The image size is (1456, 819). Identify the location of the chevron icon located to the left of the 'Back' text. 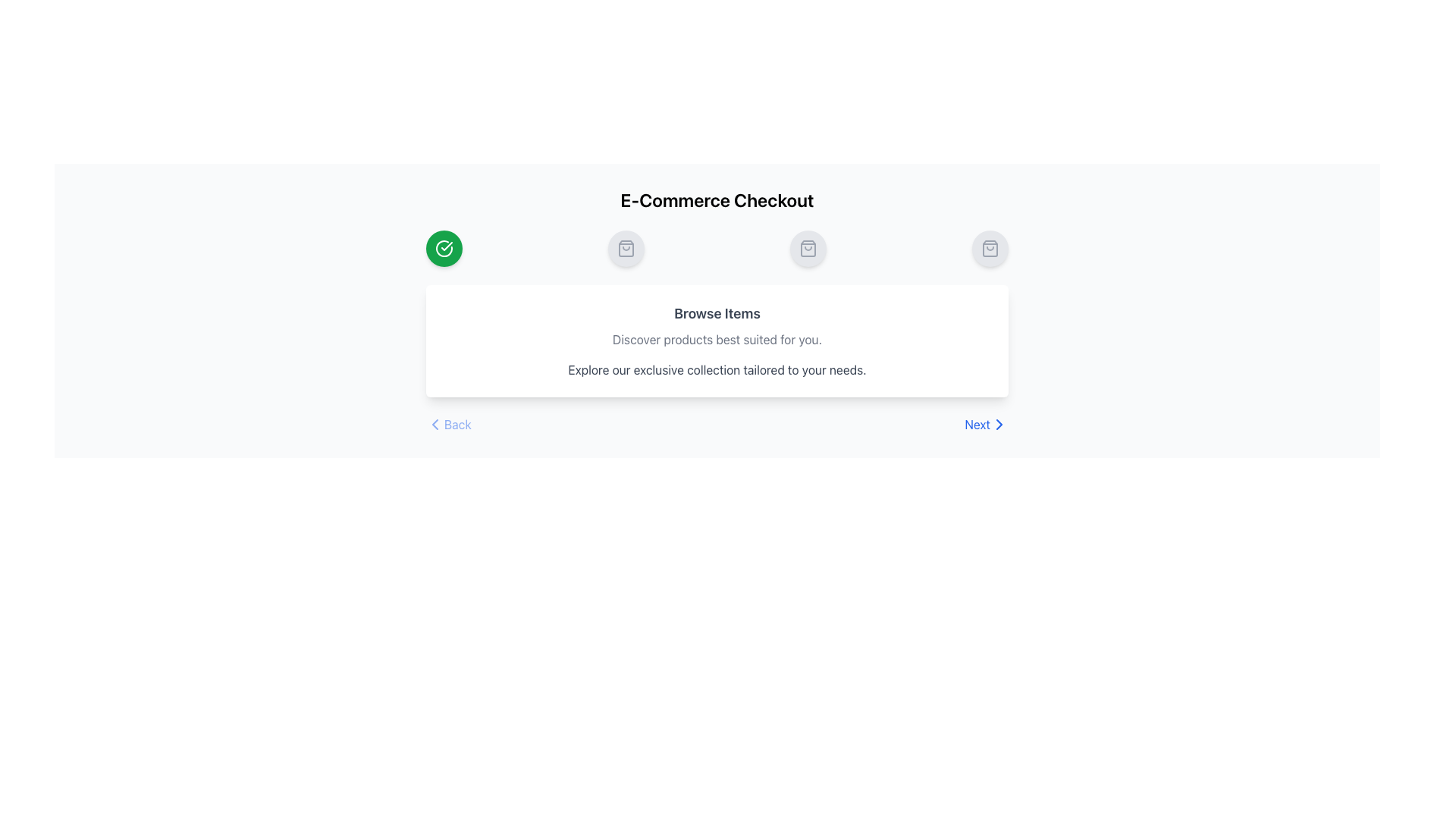
(435, 424).